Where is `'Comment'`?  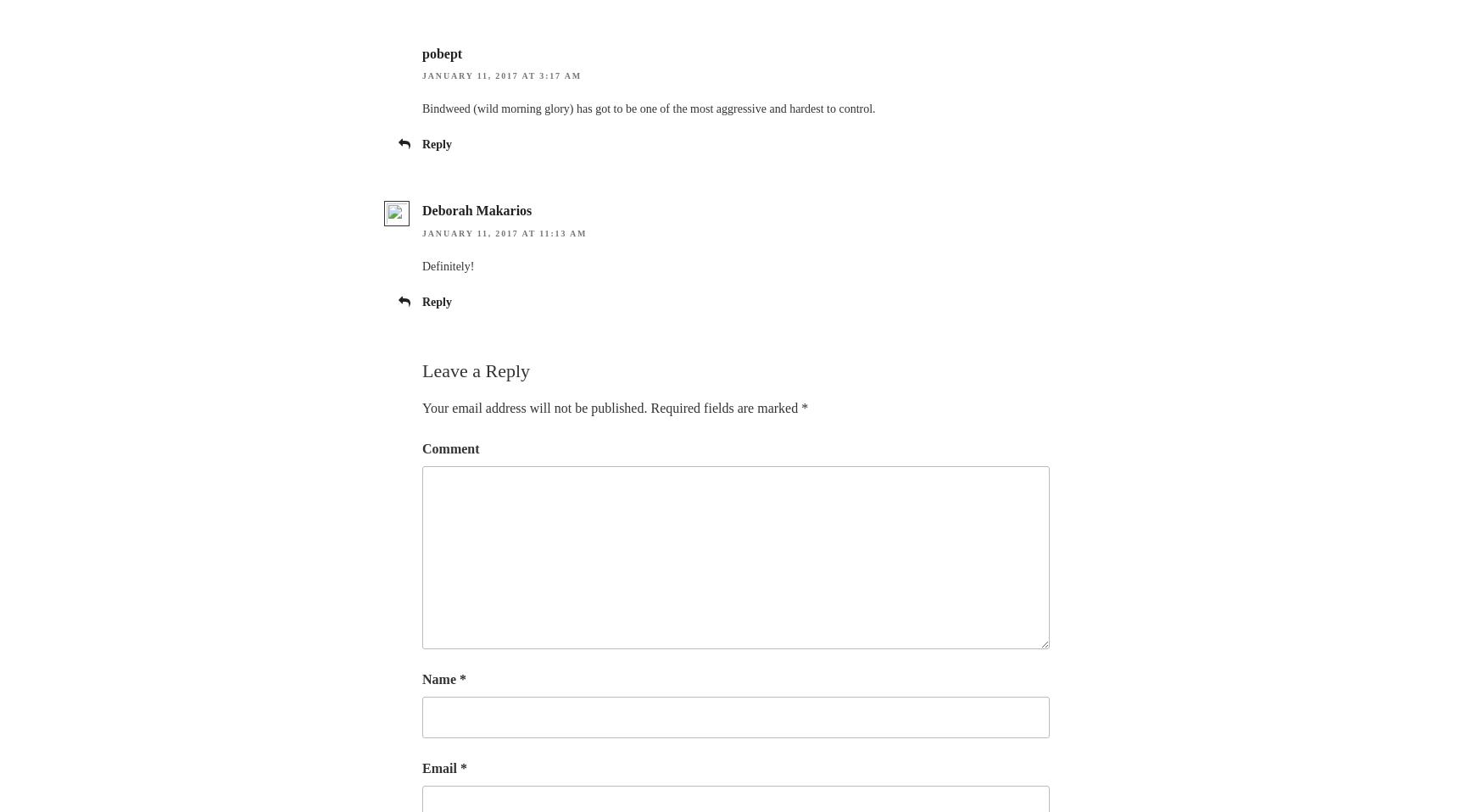 'Comment' is located at coordinates (450, 447).